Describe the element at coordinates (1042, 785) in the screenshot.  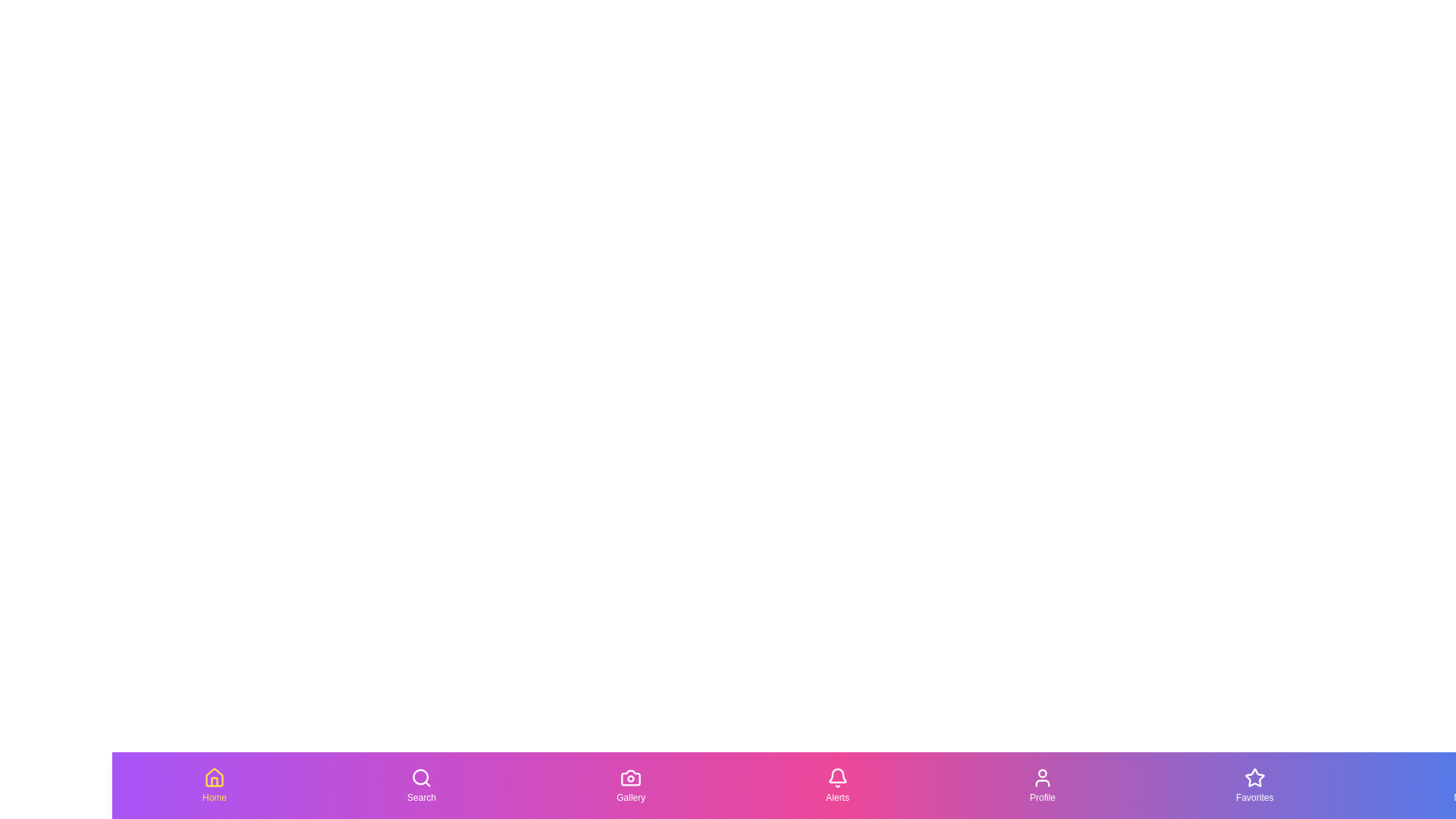
I see `the button labeled Profile to observe the hover effect` at that location.